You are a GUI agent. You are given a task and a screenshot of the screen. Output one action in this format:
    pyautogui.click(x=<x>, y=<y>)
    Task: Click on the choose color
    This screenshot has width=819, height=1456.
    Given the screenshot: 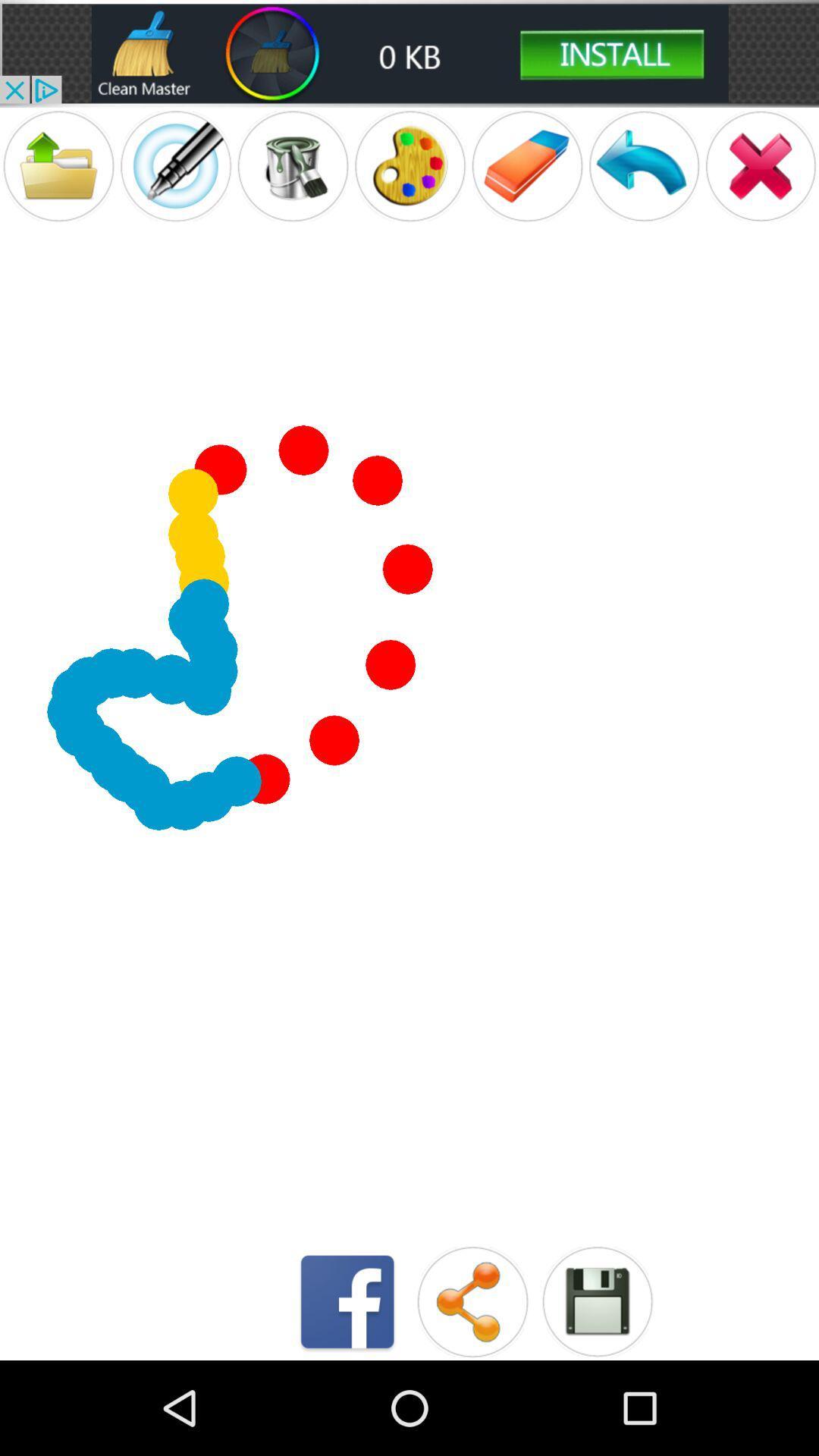 What is the action you would take?
    pyautogui.click(x=409, y=166)
    